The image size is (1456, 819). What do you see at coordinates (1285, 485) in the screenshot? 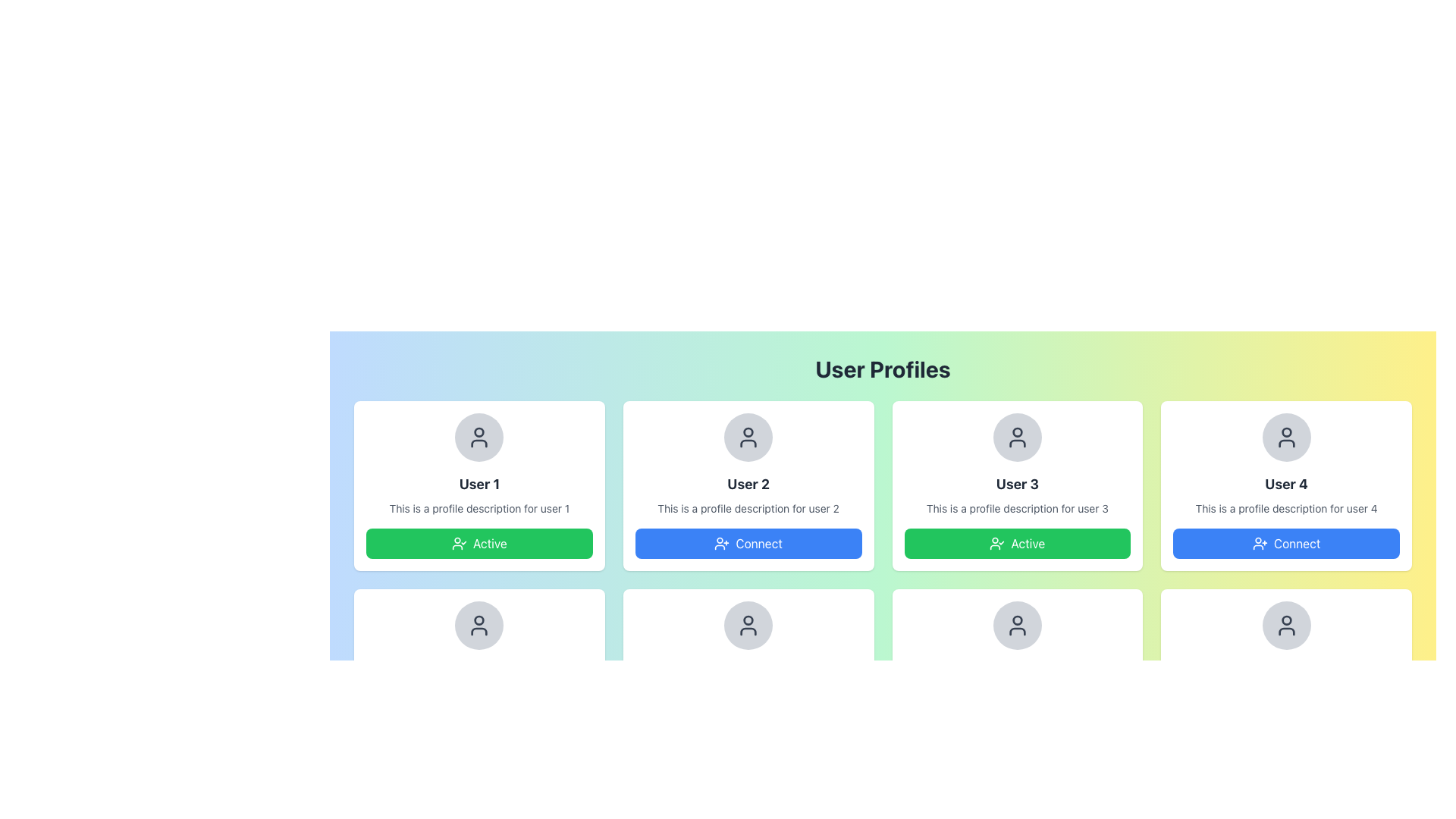
I see `the text label that represents the name or identifier of the user profile located in the fourth profile card in the top row of the grid layout` at bounding box center [1285, 485].